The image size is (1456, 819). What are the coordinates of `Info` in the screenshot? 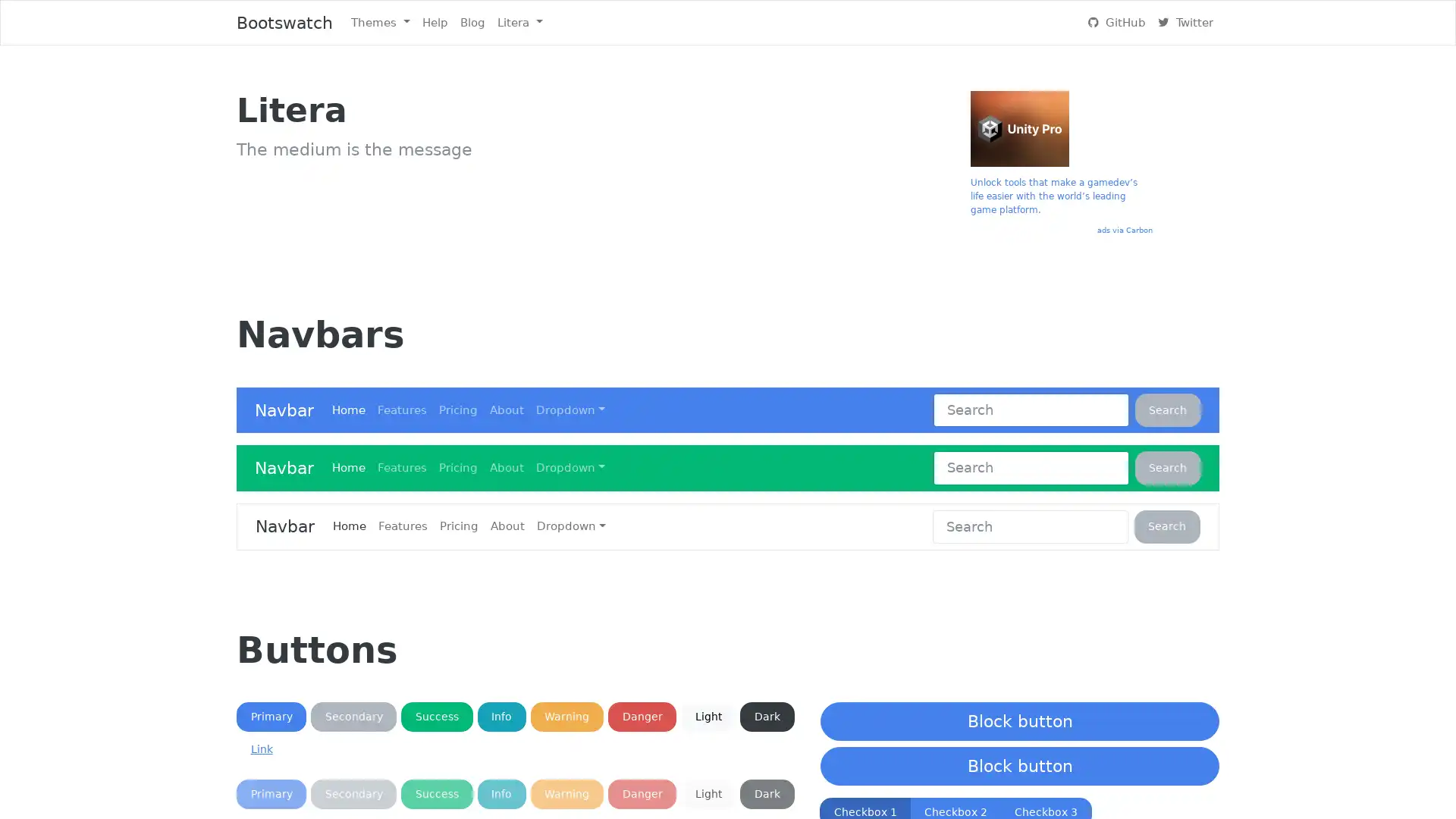 It's located at (501, 717).